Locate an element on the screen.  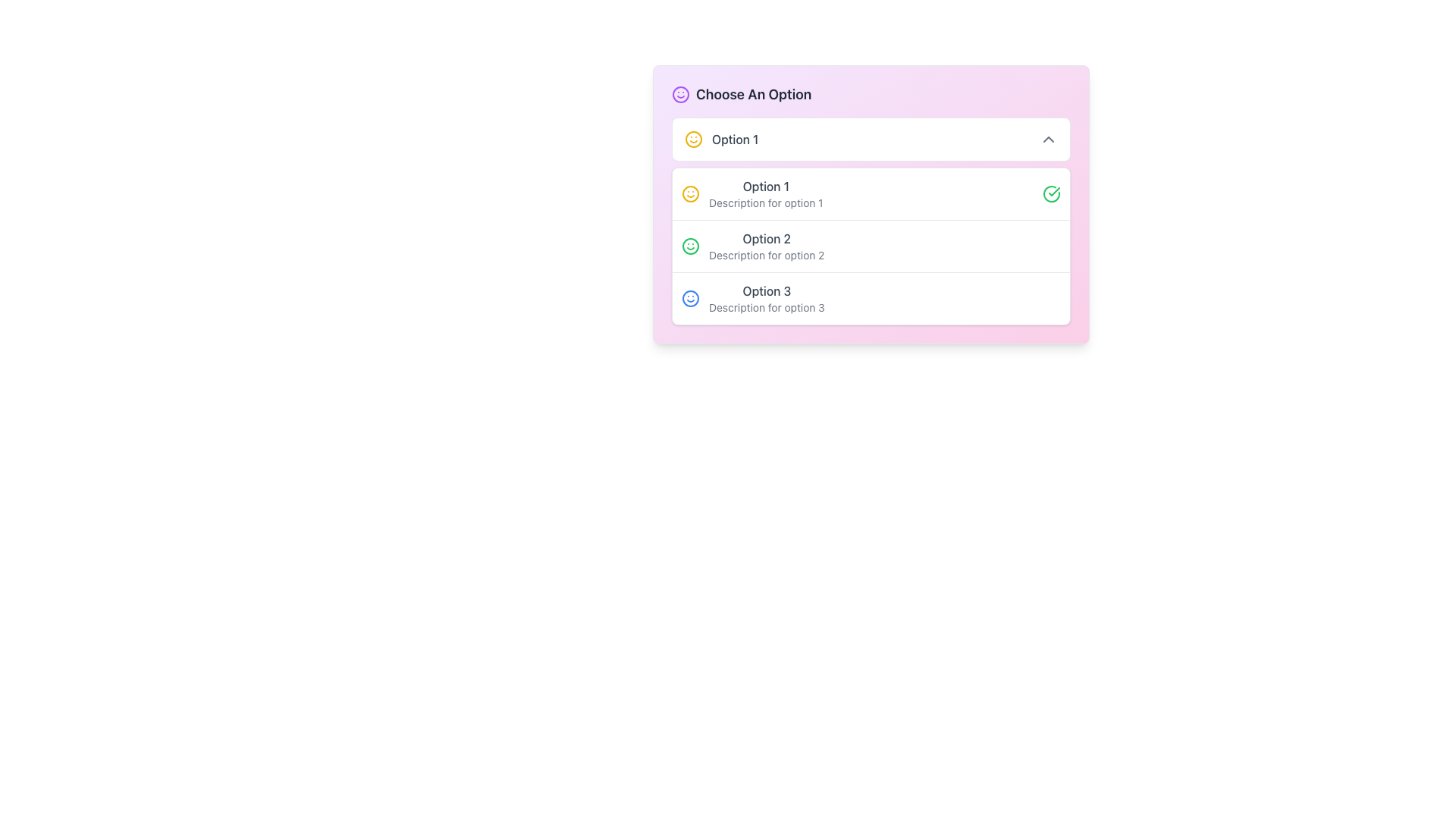
the circular icon with a green checkmark located at the far right end of the row labeled 'Option 1' is located at coordinates (1051, 193).